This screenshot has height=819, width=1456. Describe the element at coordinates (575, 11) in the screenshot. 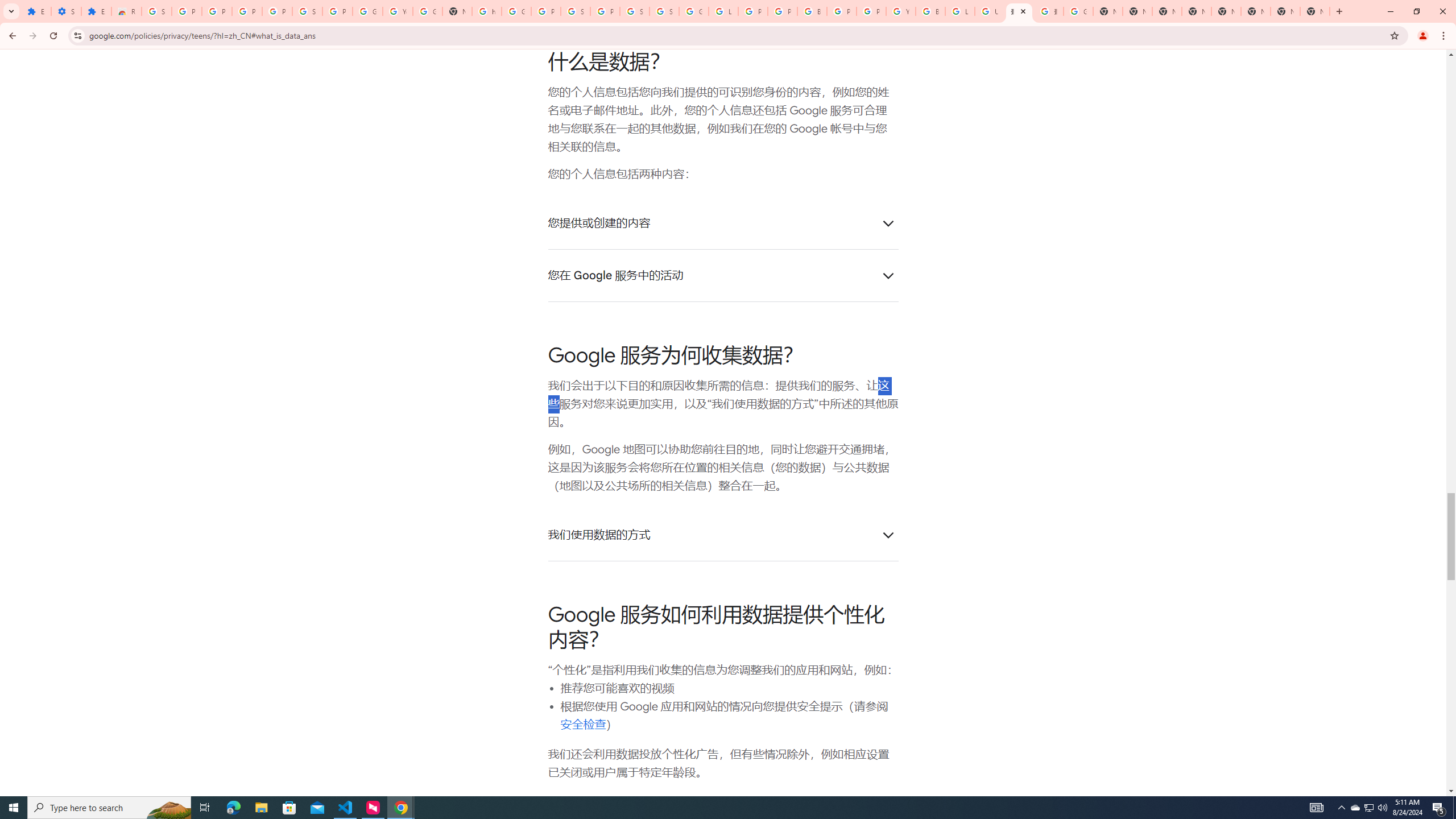

I see `'Sign in - Google Accounts'` at that location.